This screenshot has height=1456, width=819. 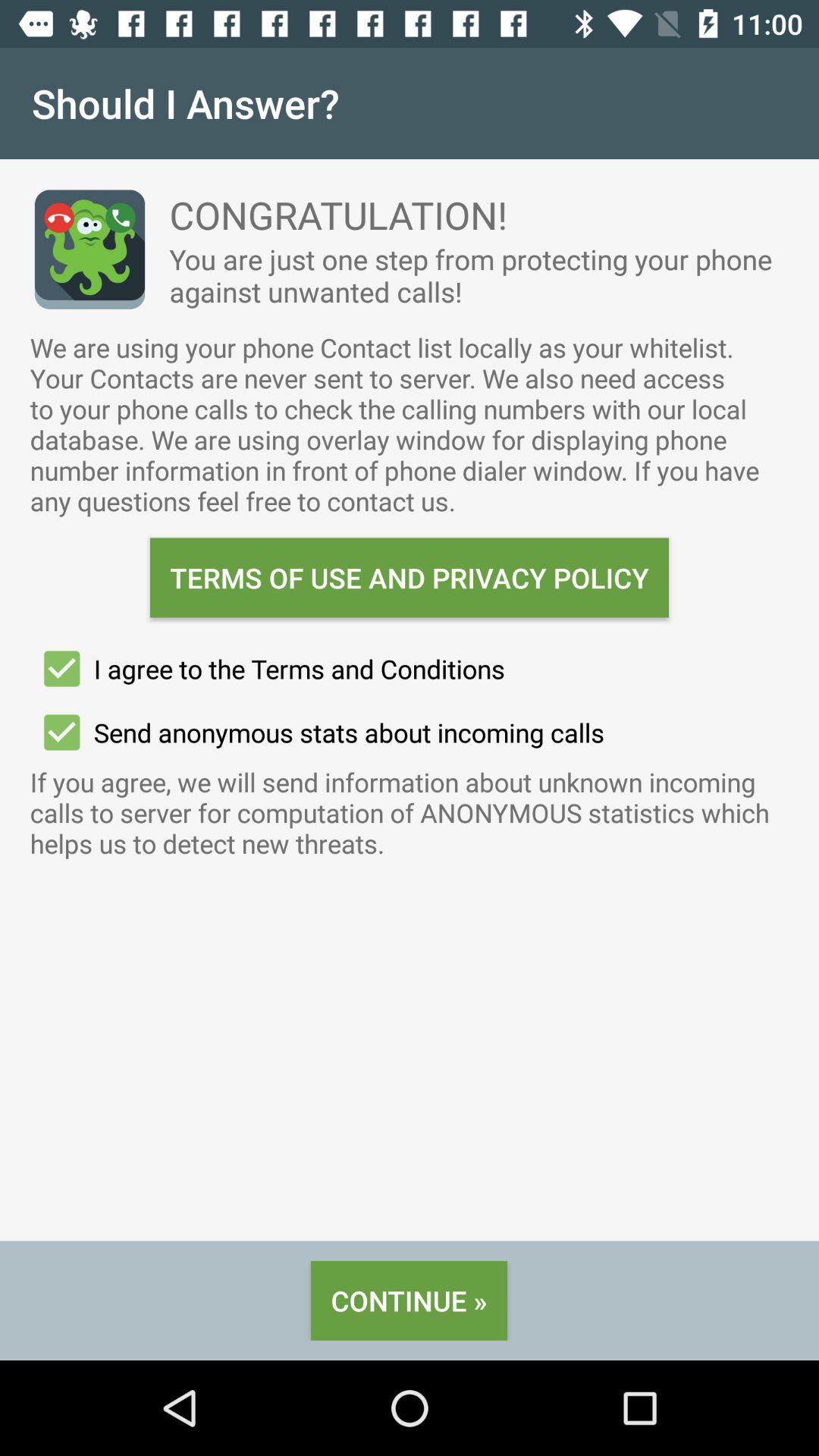 I want to click on item below the if you agree item, so click(x=408, y=1300).